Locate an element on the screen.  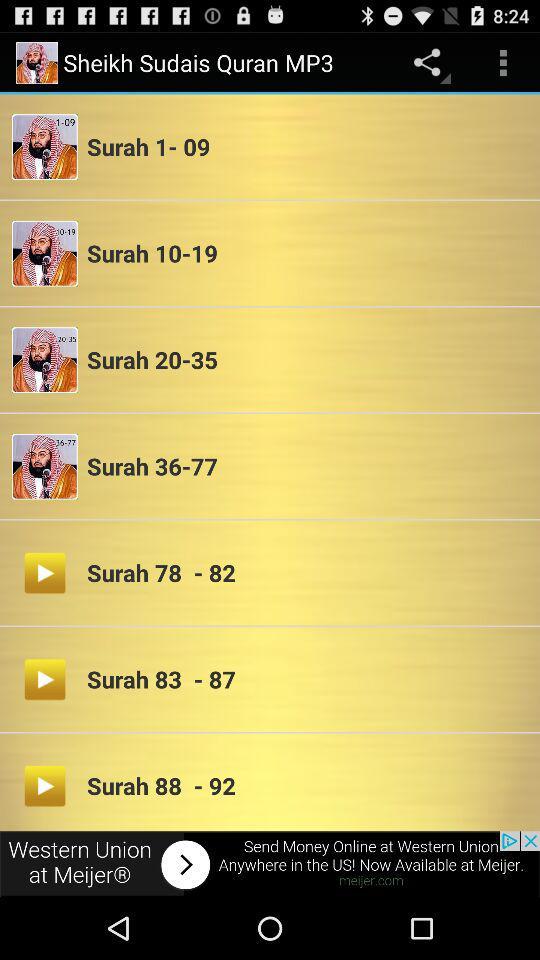
click the advertisement is located at coordinates (270, 863).